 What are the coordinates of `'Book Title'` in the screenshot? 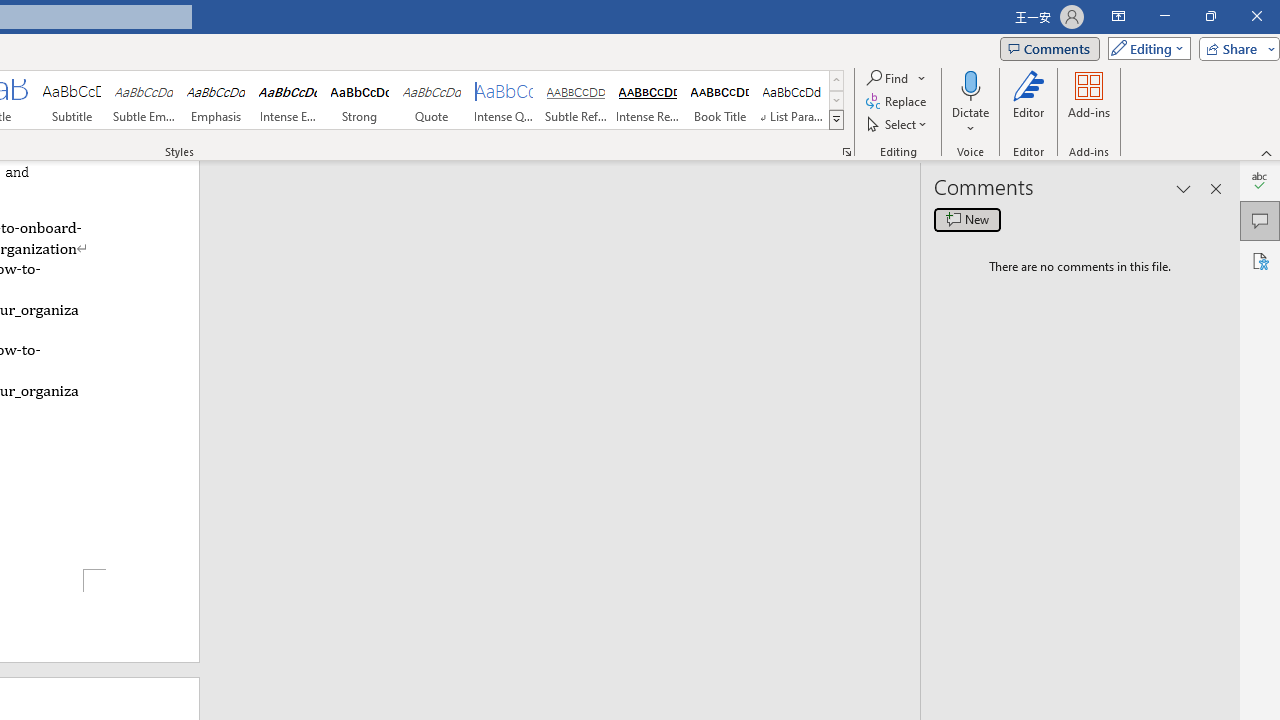 It's located at (720, 100).